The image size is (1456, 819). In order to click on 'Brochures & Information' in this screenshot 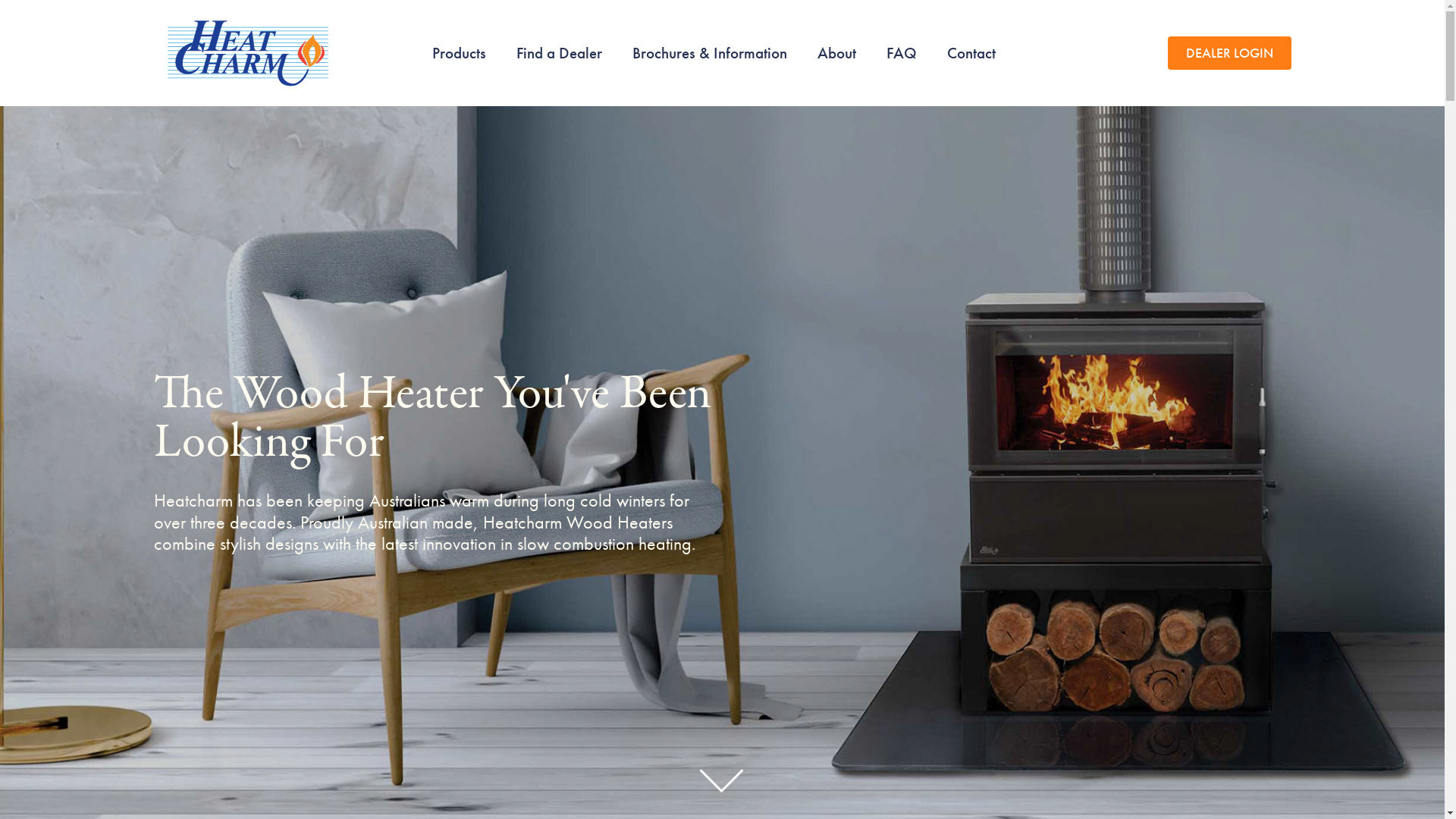, I will do `click(617, 52)`.